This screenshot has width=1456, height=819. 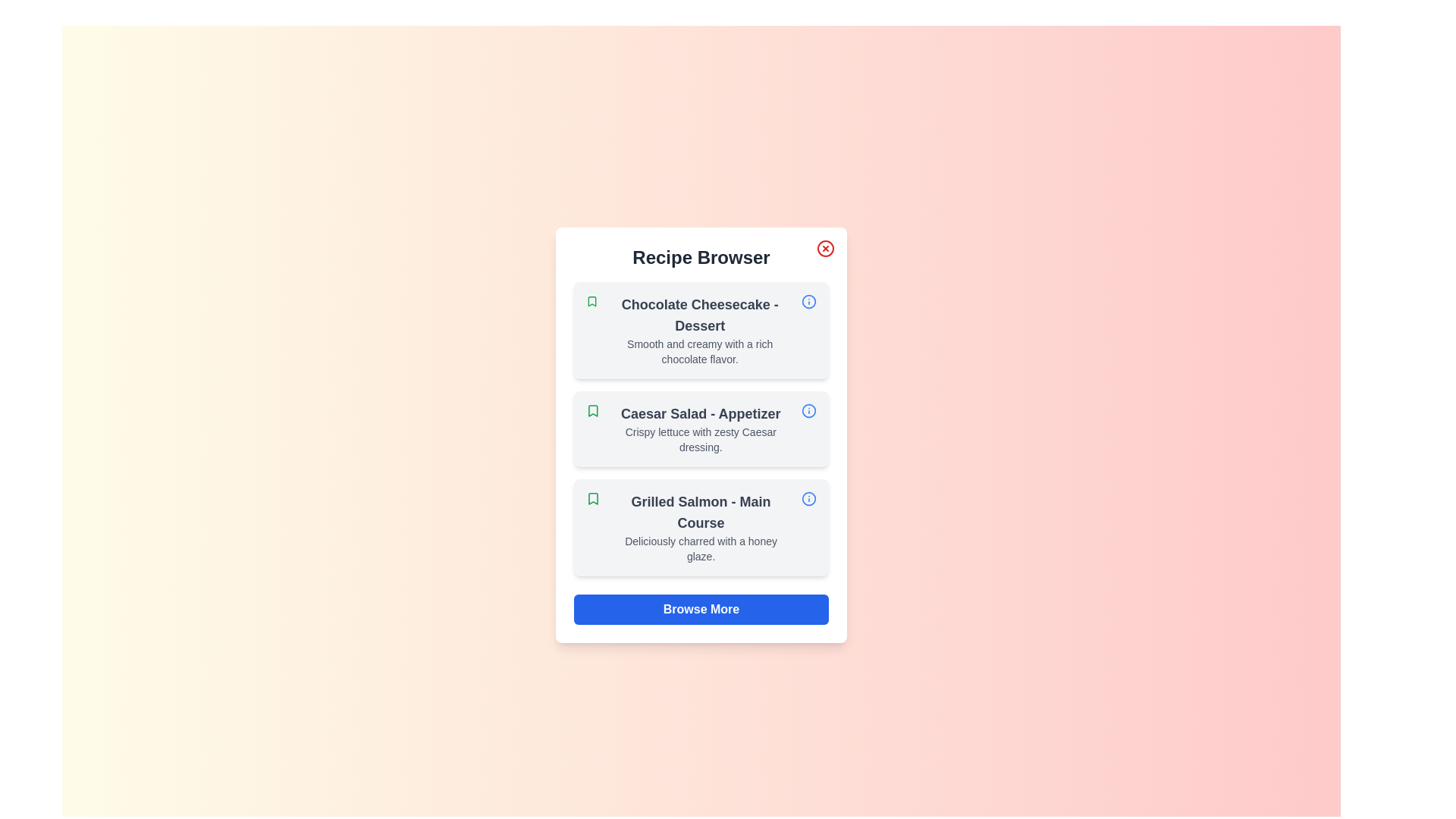 I want to click on the bookmark icon for the recipe titled 'Caesar Salad', so click(x=592, y=411).